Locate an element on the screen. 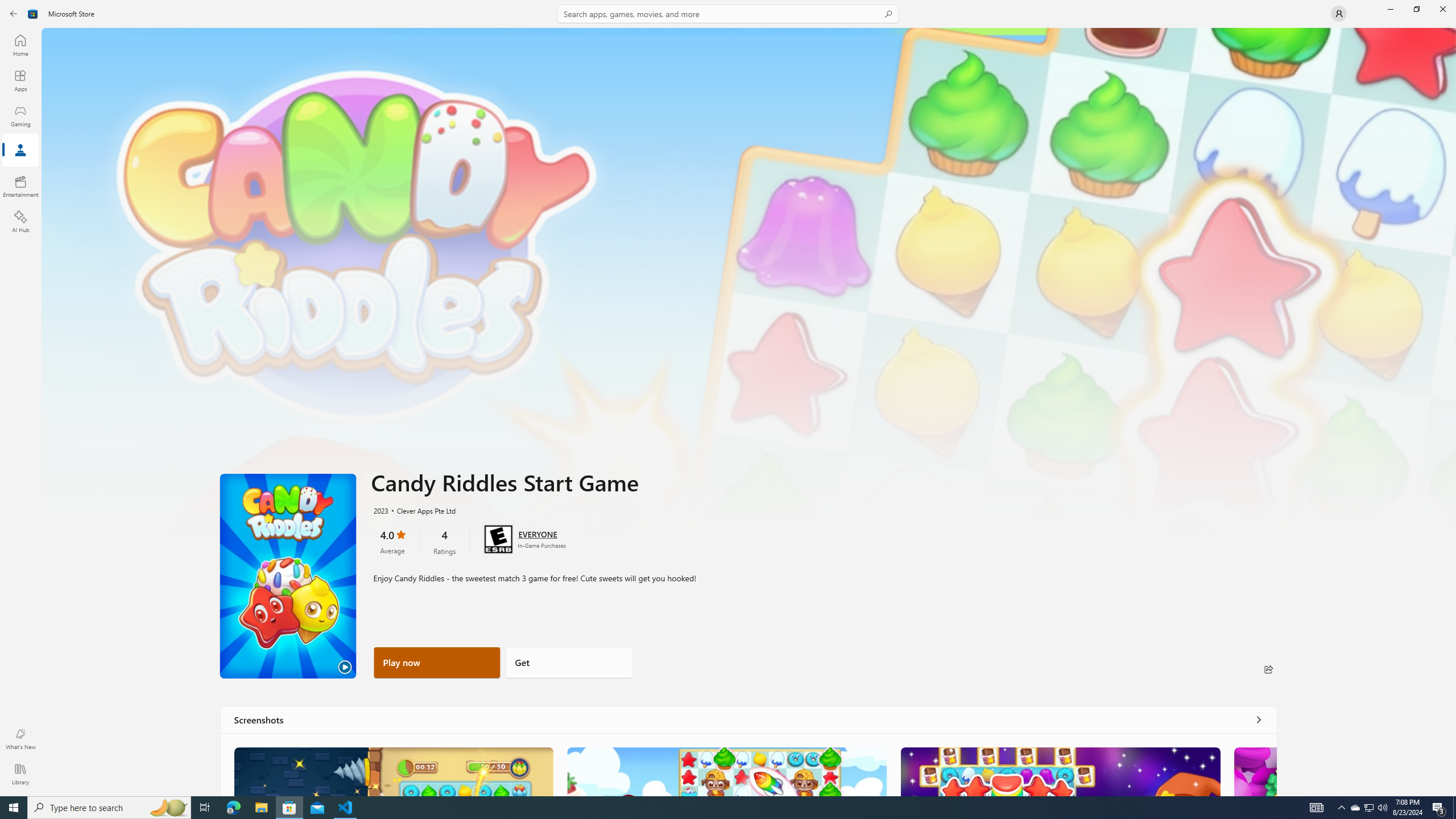 The width and height of the screenshot is (1456, 819). 'Arcade' is located at coordinates (19, 150).